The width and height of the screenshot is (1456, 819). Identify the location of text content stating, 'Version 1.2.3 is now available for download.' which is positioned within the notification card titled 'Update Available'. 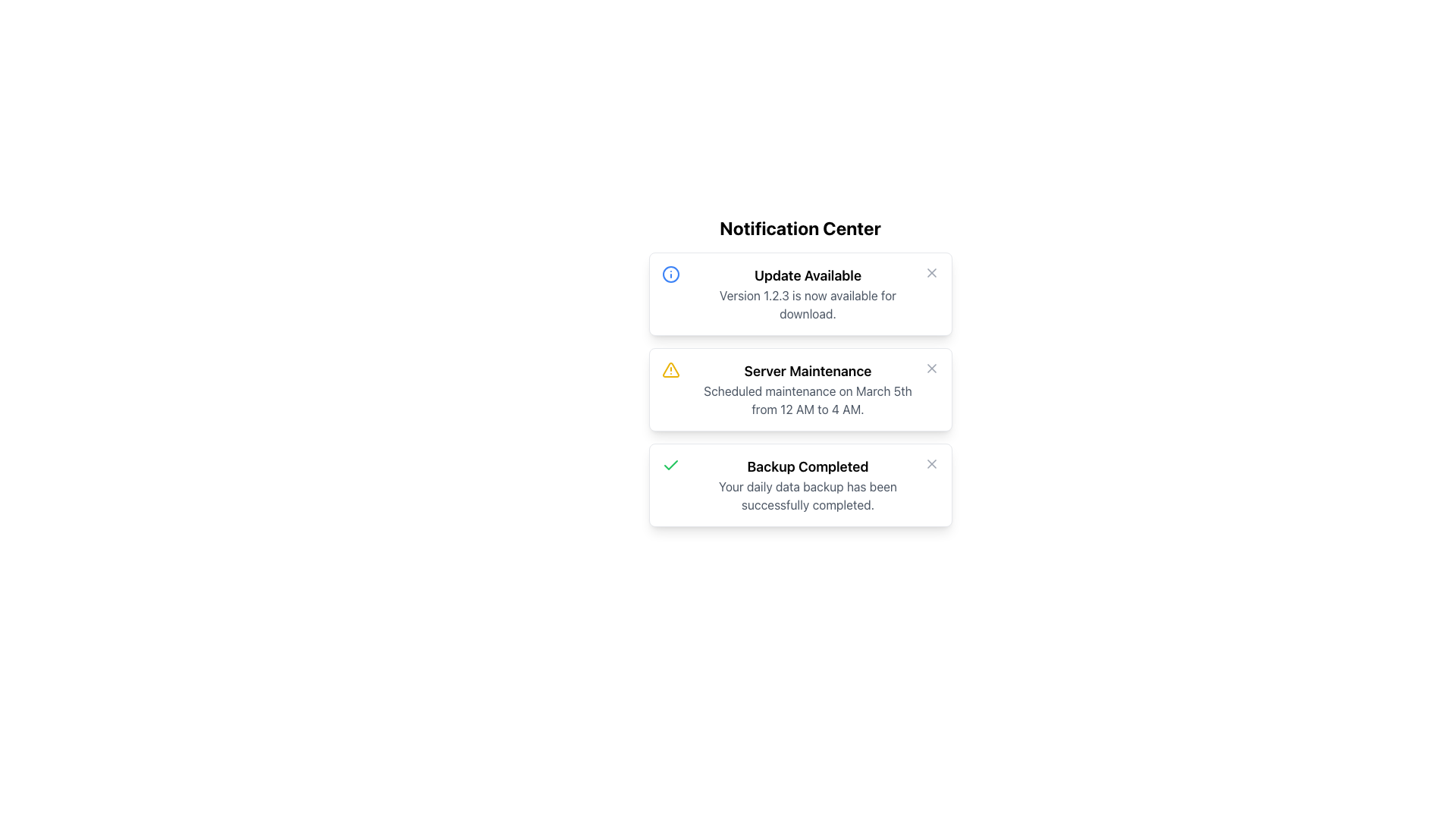
(807, 304).